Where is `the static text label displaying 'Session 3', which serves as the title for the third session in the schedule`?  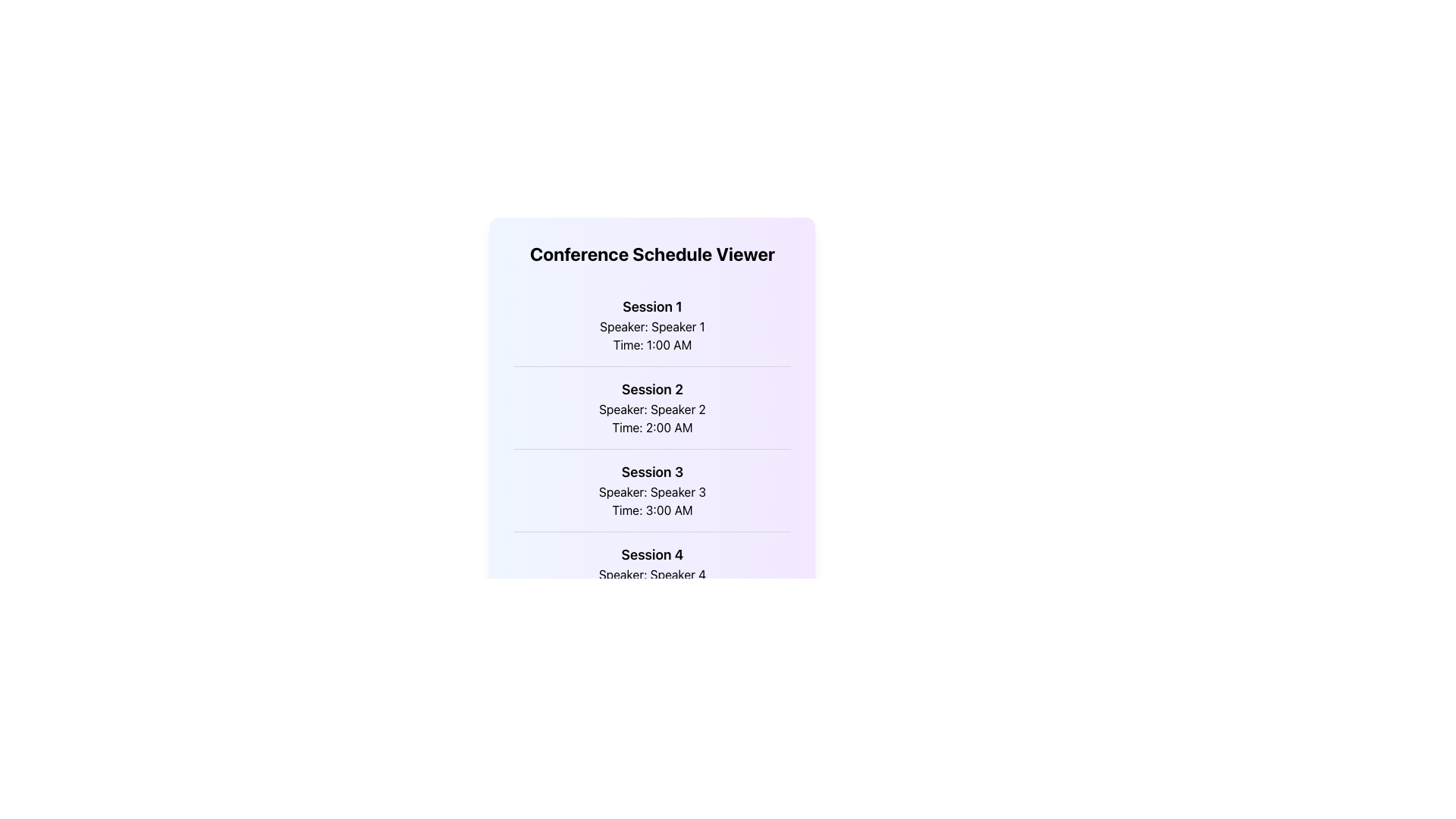
the static text label displaying 'Session 3', which serves as the title for the third session in the schedule is located at coordinates (652, 472).